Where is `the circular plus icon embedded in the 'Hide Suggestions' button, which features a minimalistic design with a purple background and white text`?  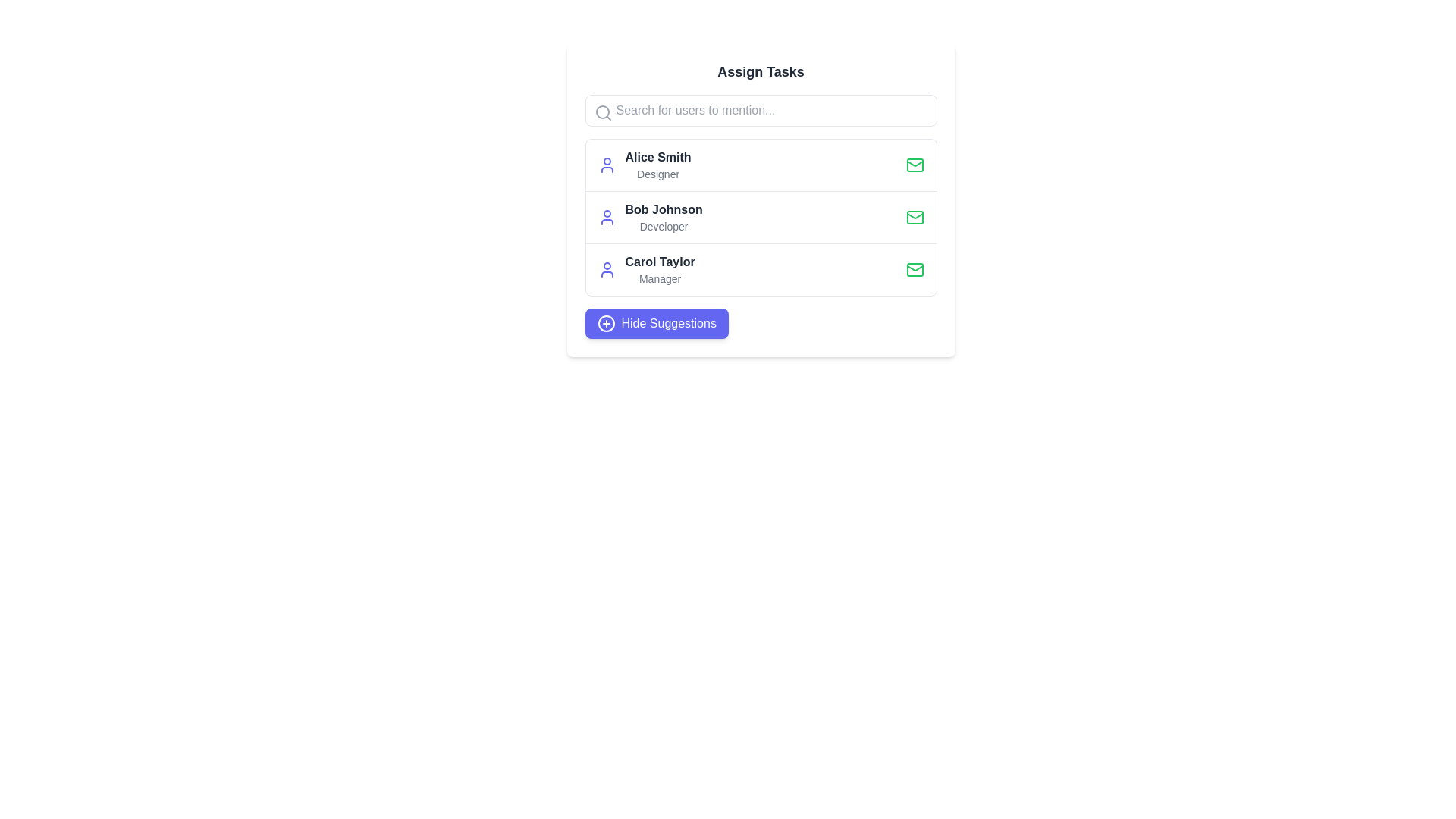
the circular plus icon embedded in the 'Hide Suggestions' button, which features a minimalistic design with a purple background and white text is located at coordinates (605, 323).